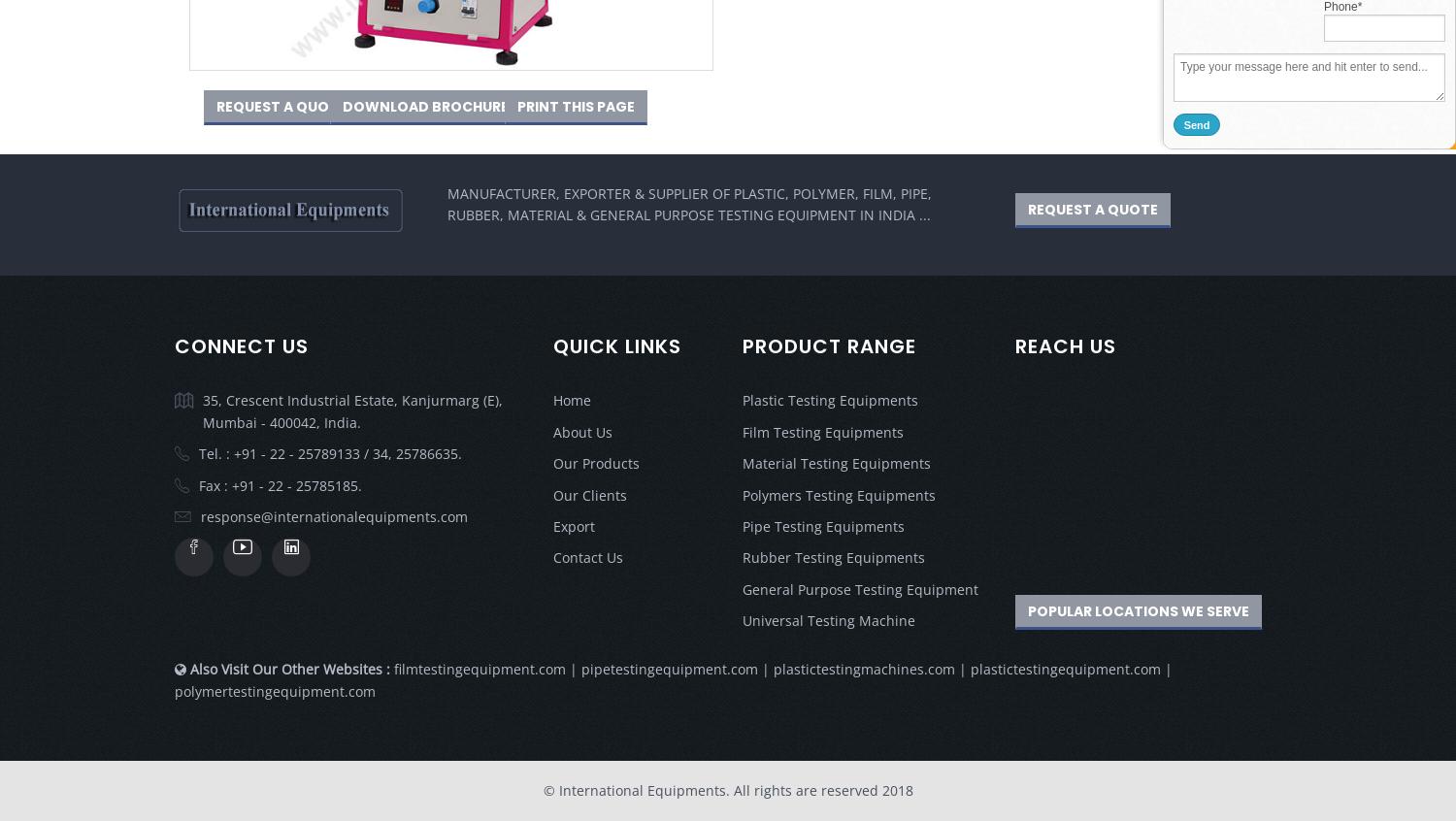 The height and width of the screenshot is (821, 1456). Describe the element at coordinates (516, 105) in the screenshot. I see `'PRINT THIS PAGE'` at that location.